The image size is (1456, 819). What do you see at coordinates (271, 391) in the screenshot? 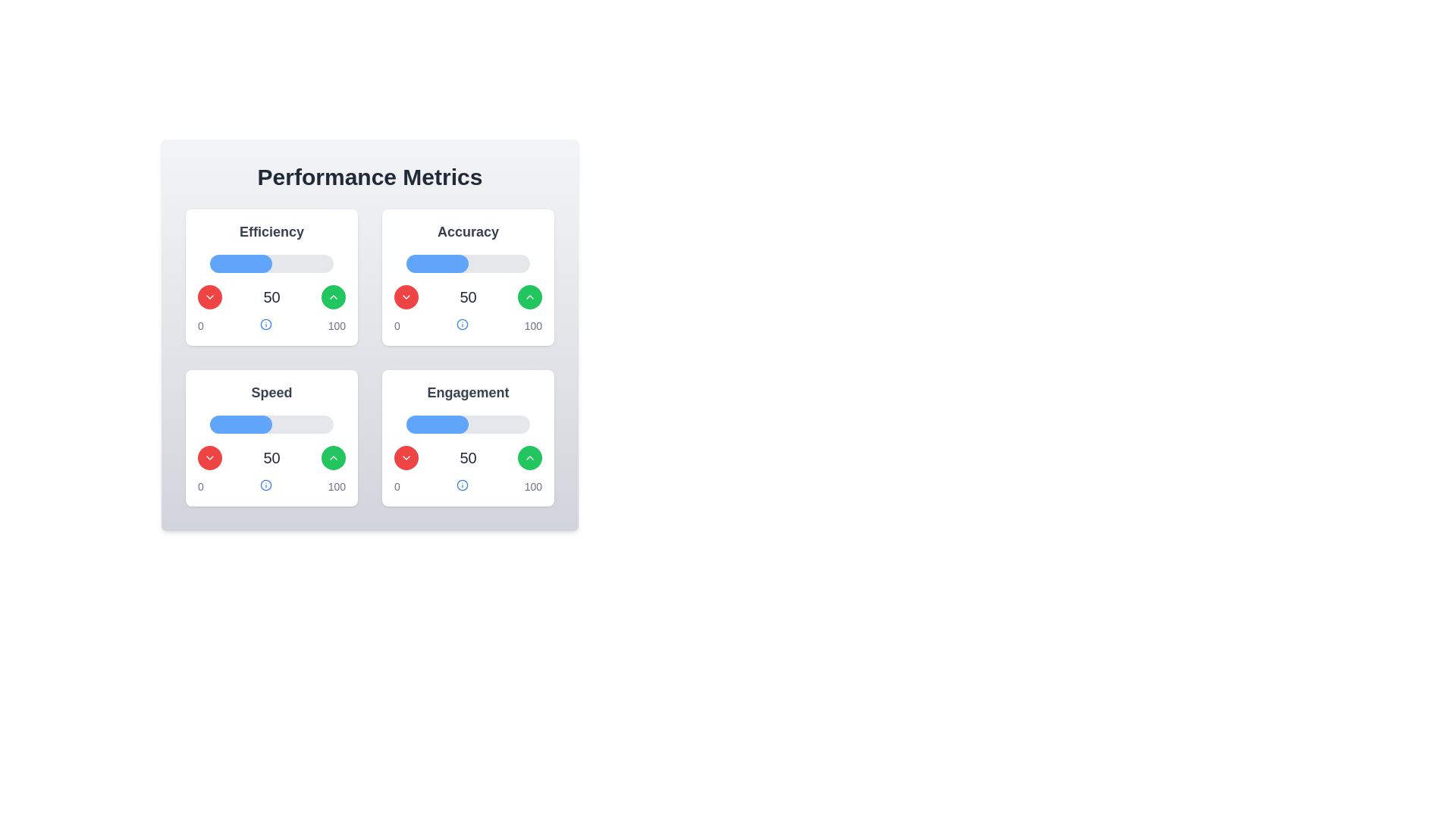
I see `the 'Speed' text label, which is styled in bold dark gray and is located in the third card of the second row under 'Performance Metrics', centered above a blue progress bar` at bounding box center [271, 391].